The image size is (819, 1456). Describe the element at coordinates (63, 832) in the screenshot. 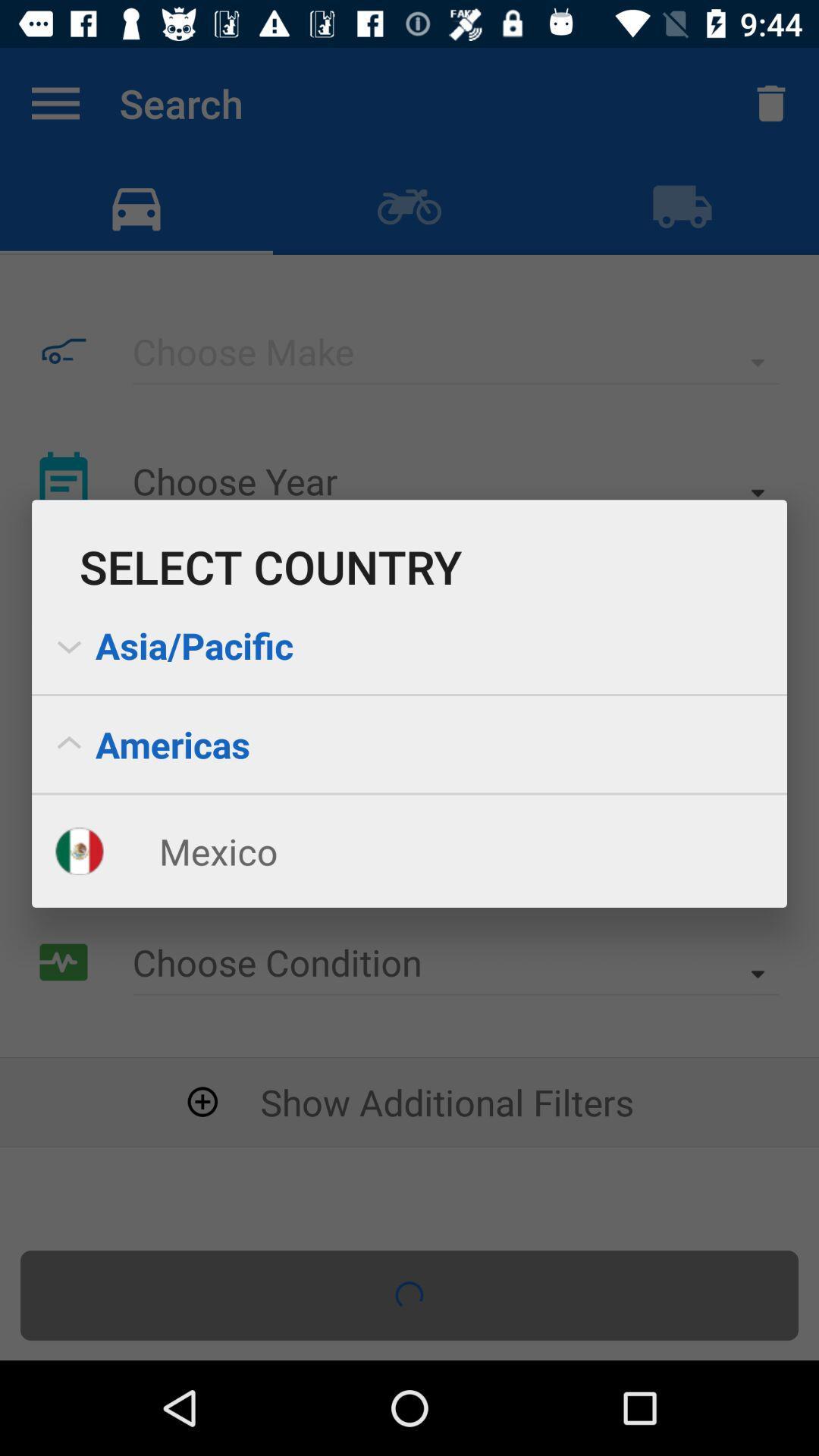

I see `the flag which is beside mexico` at that location.